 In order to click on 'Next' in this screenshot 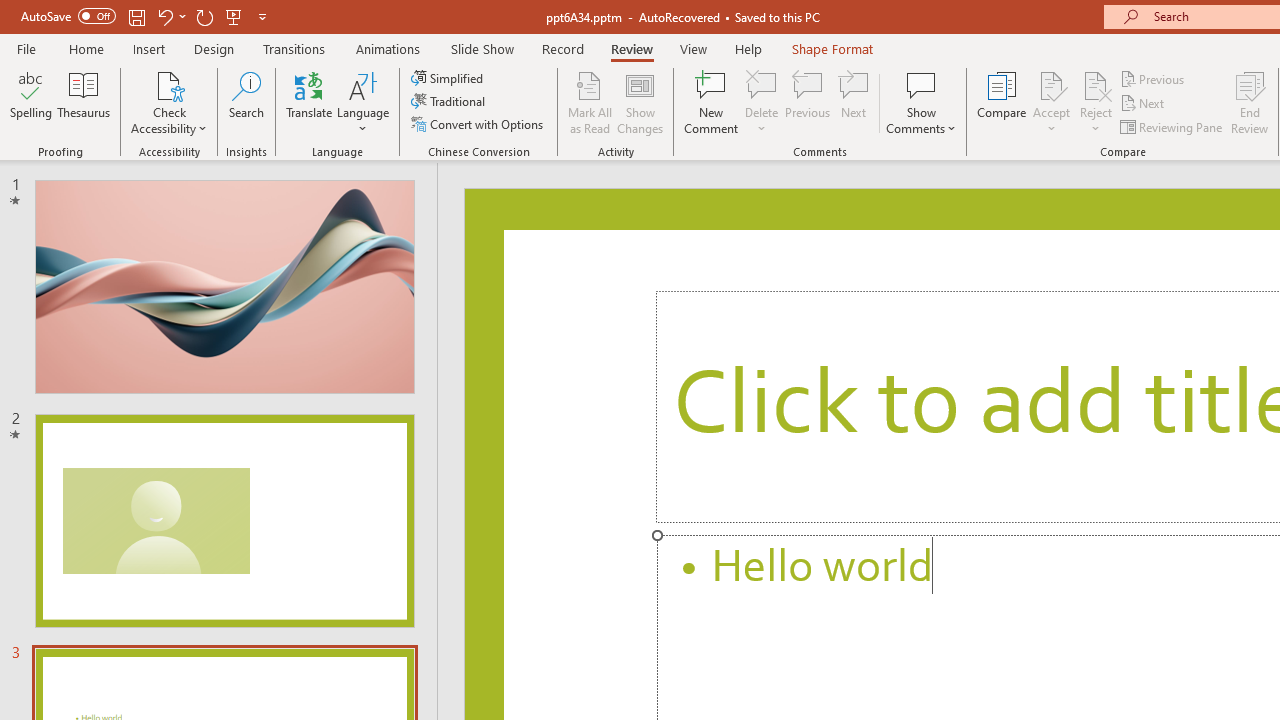, I will do `click(1144, 103)`.